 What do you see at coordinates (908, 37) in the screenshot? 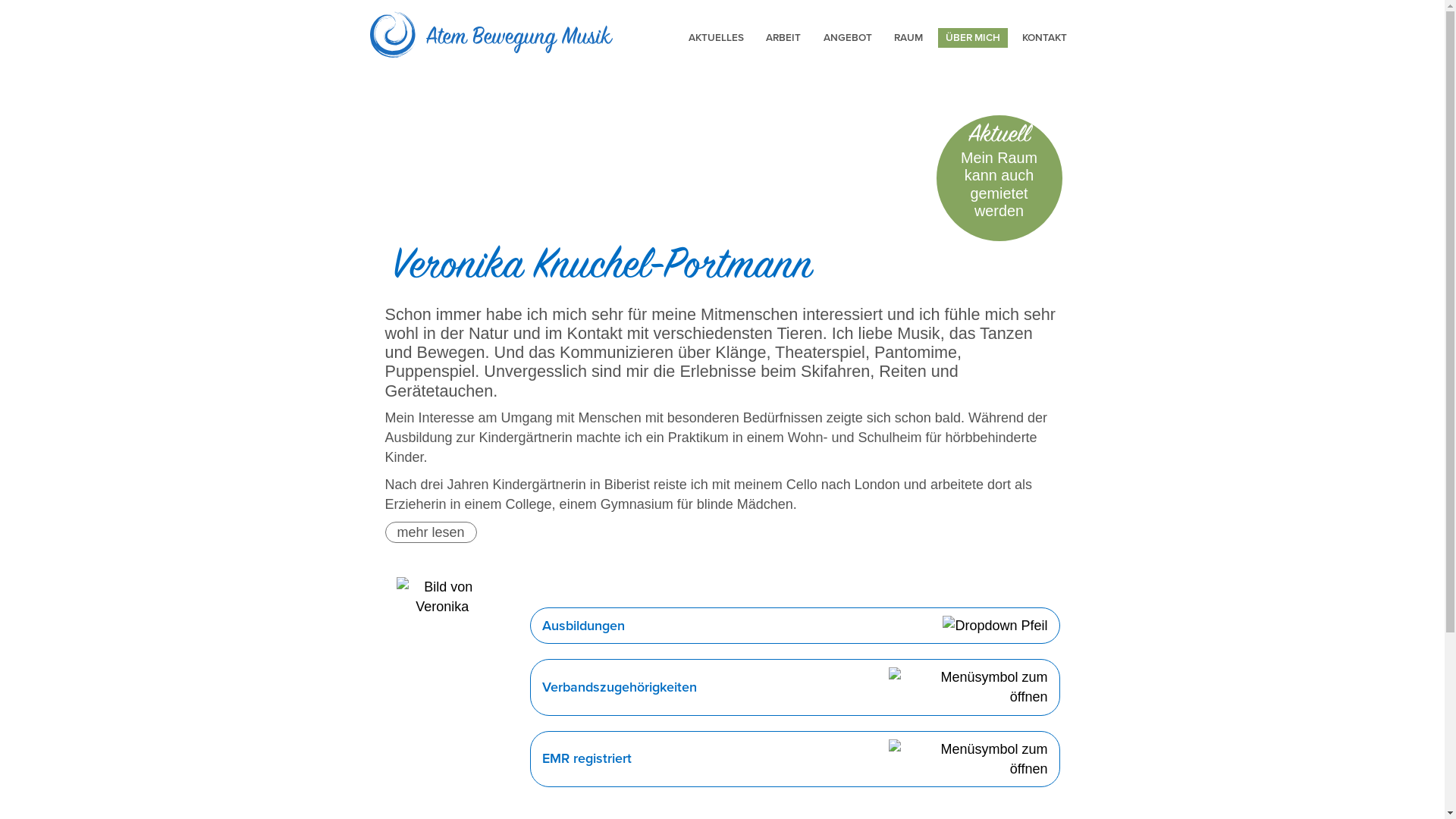
I see `'RAUM'` at bounding box center [908, 37].